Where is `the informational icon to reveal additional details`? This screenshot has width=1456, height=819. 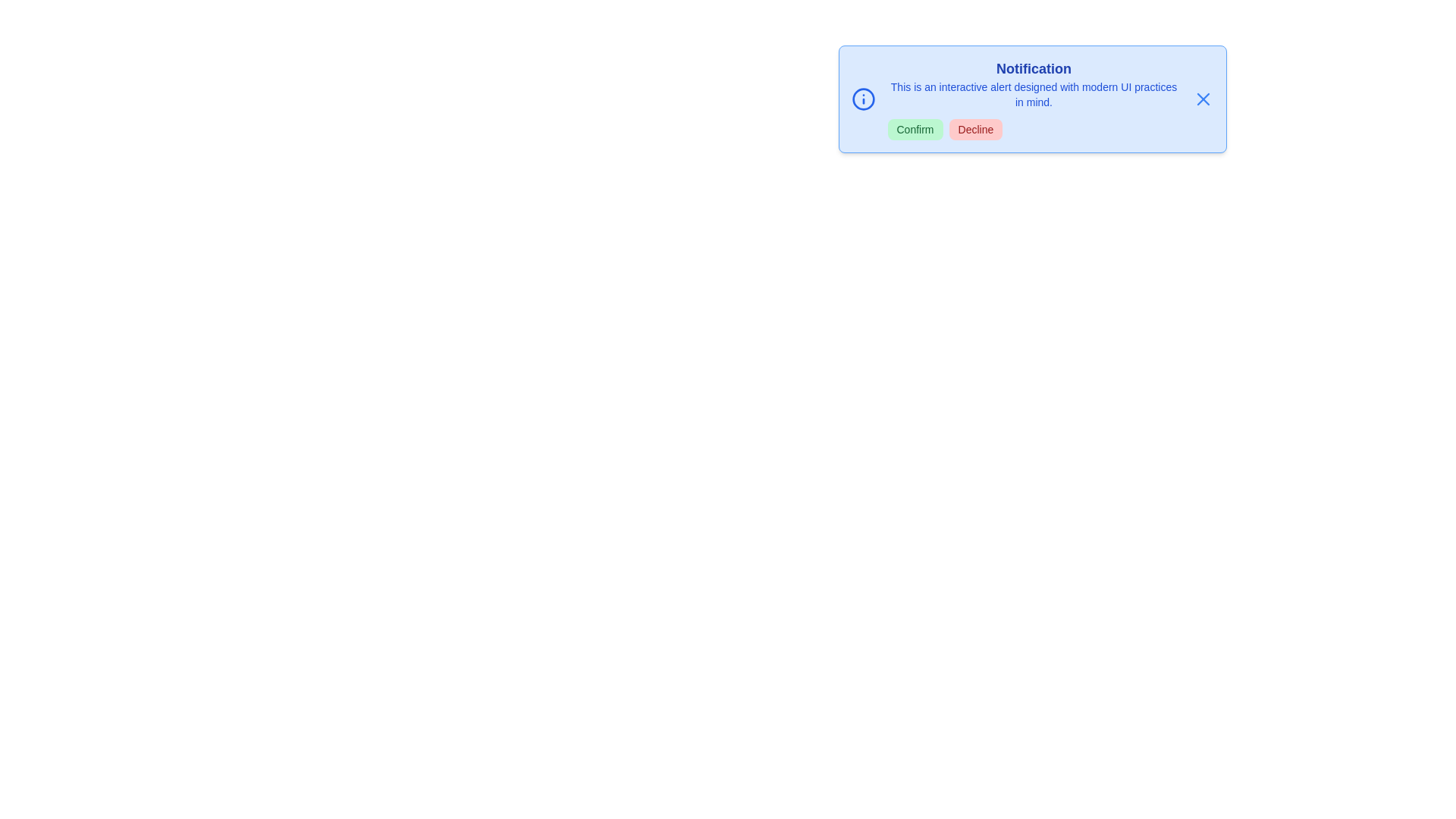
the informational icon to reveal additional details is located at coordinates (863, 99).